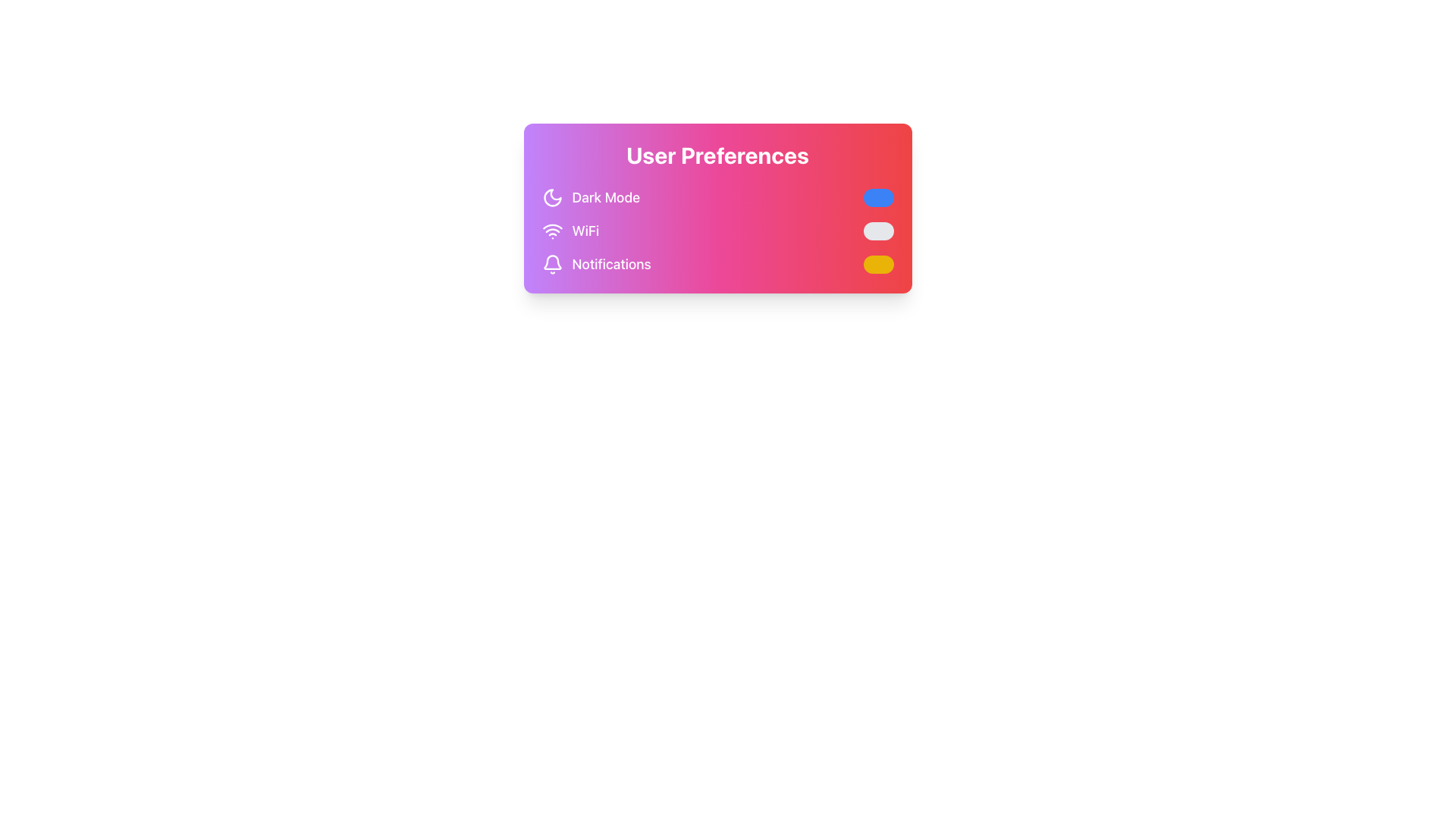 The width and height of the screenshot is (1456, 819). Describe the element at coordinates (585, 231) in the screenshot. I see `the Text label indicating the WiFi option in the User Preferences section, which is positioned next to the WiFi icon and is located below the 'Dark Mode' setting and above the 'Notifications' setting` at that location.